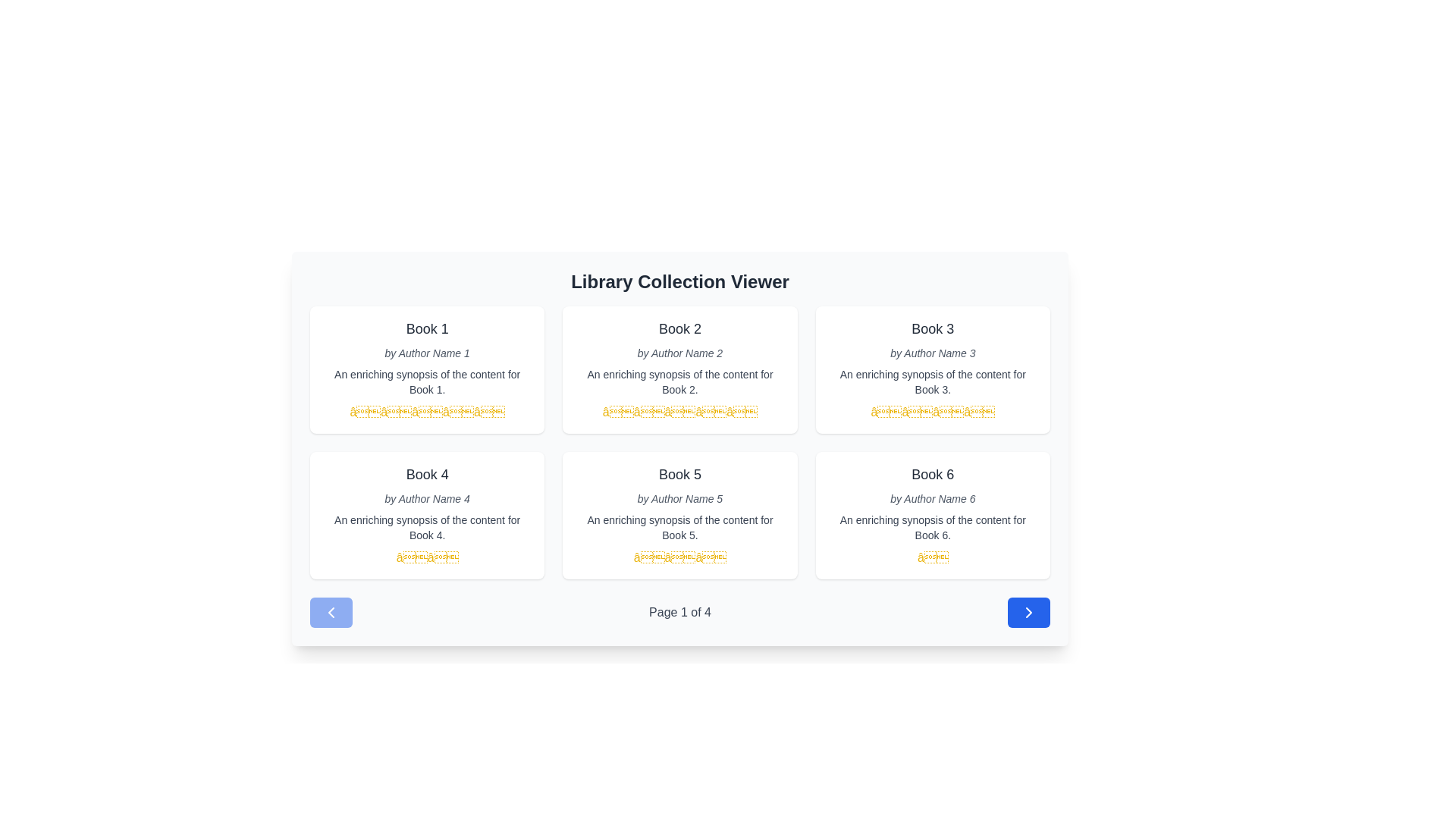  I want to click on the two yellow stars (★★) in the Rating Indicator at the bottom of the 'Book 4' card, so click(426, 558).